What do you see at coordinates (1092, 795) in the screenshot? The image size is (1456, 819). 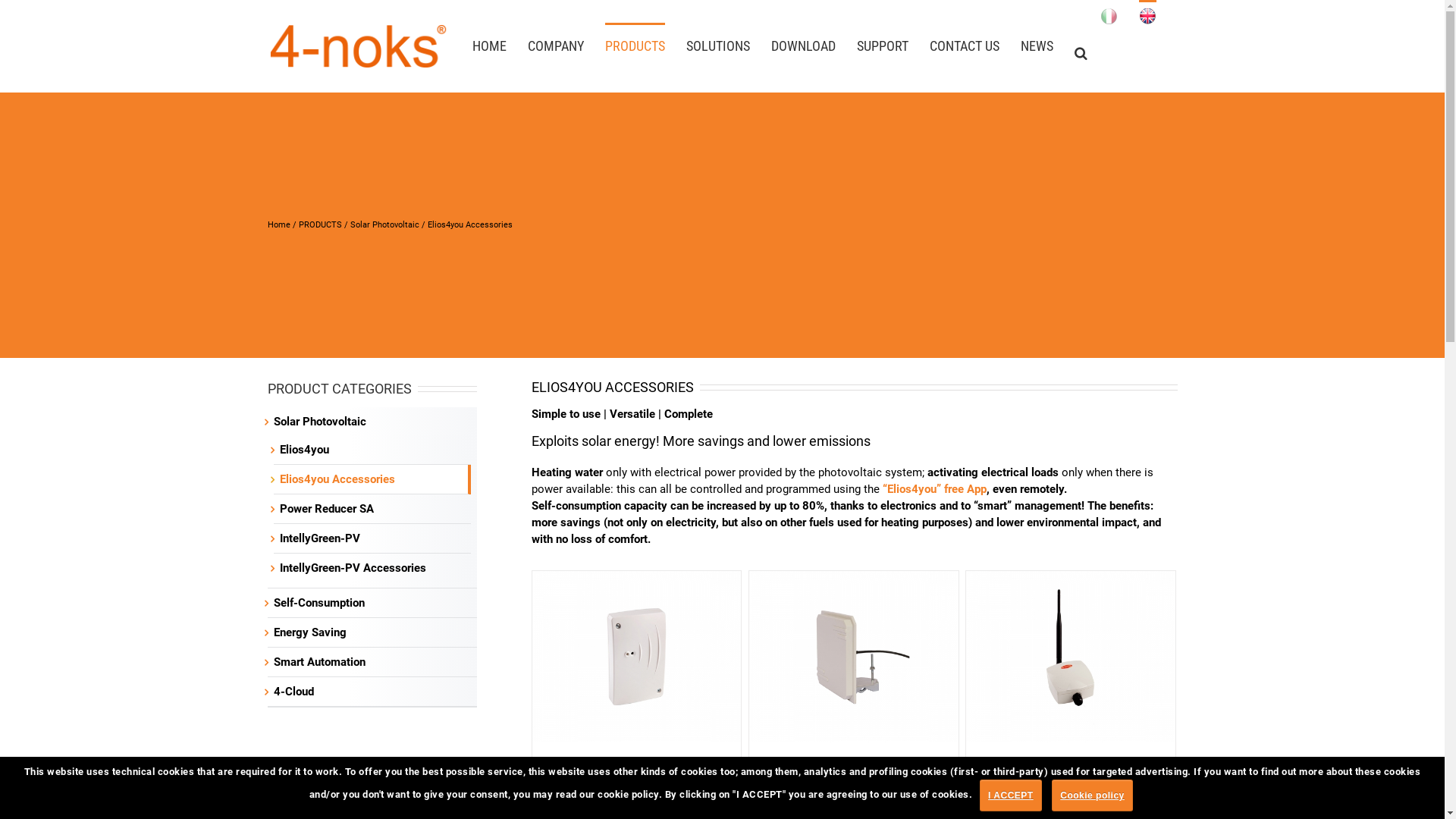 I see `'Cookie policy'` at bounding box center [1092, 795].